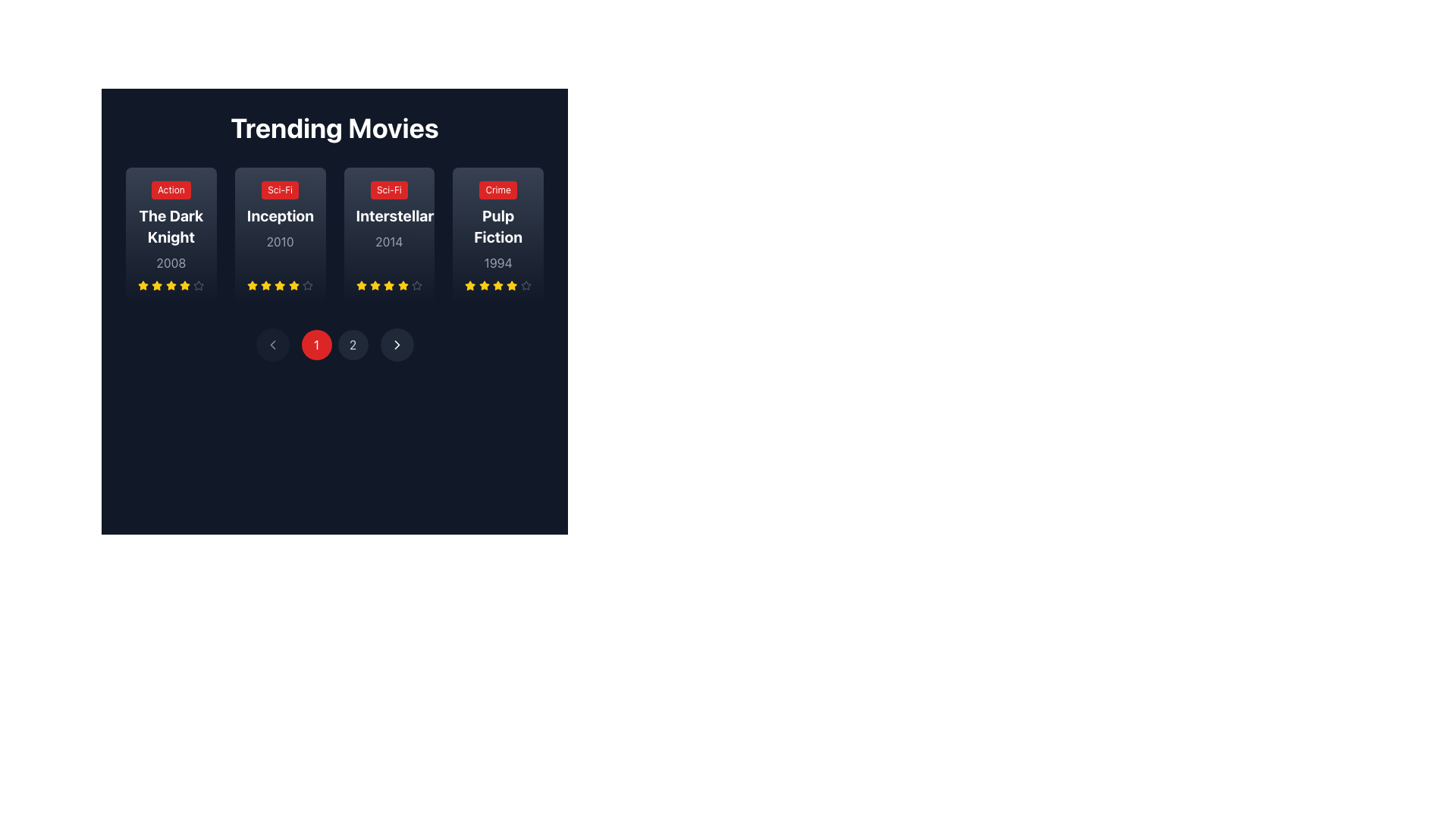  I want to click on the third yellow star-shaped icon in the rating interface below 'The Dark Knight' to rate it, so click(157, 285).